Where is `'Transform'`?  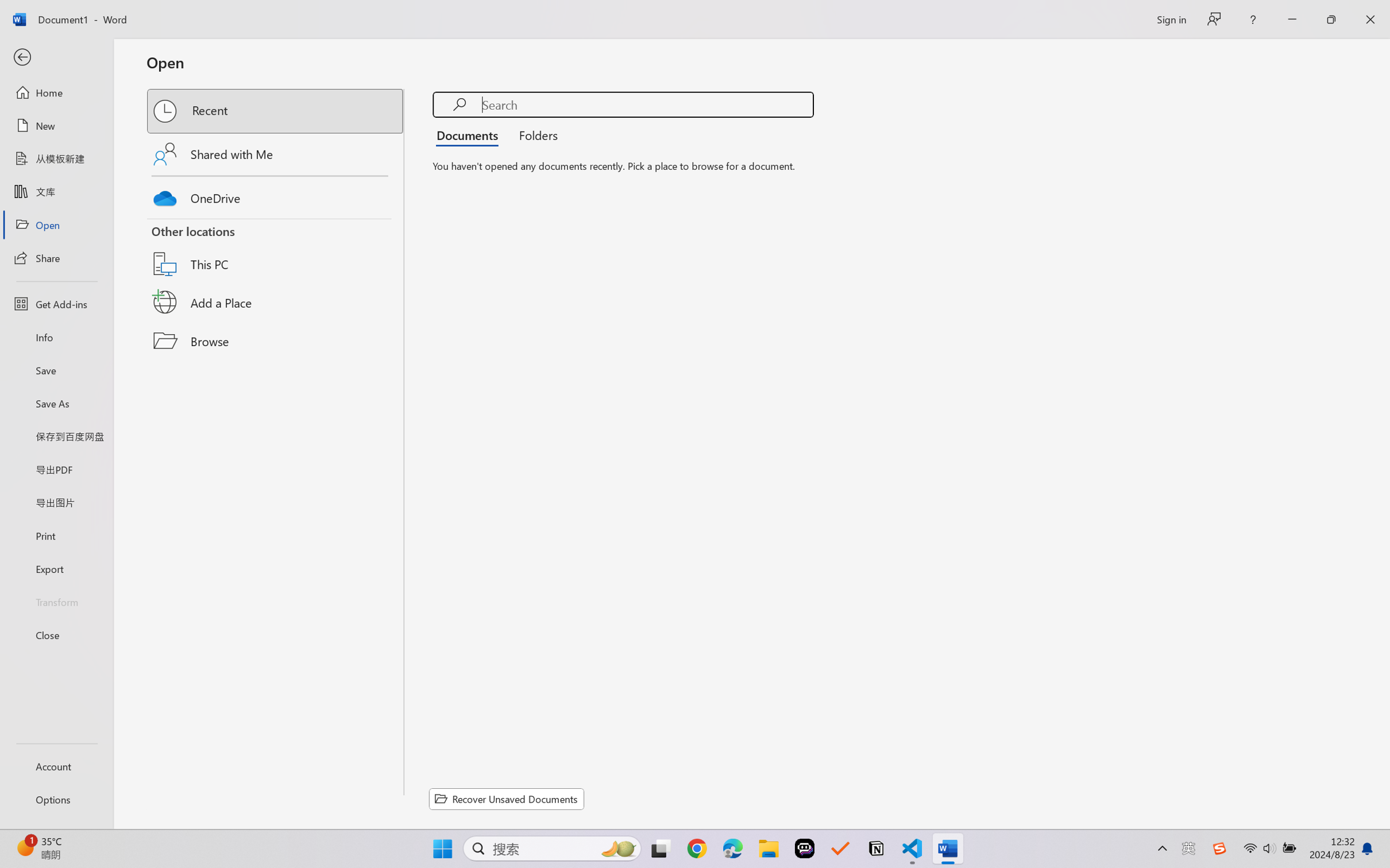 'Transform' is located at coordinates (56, 600).